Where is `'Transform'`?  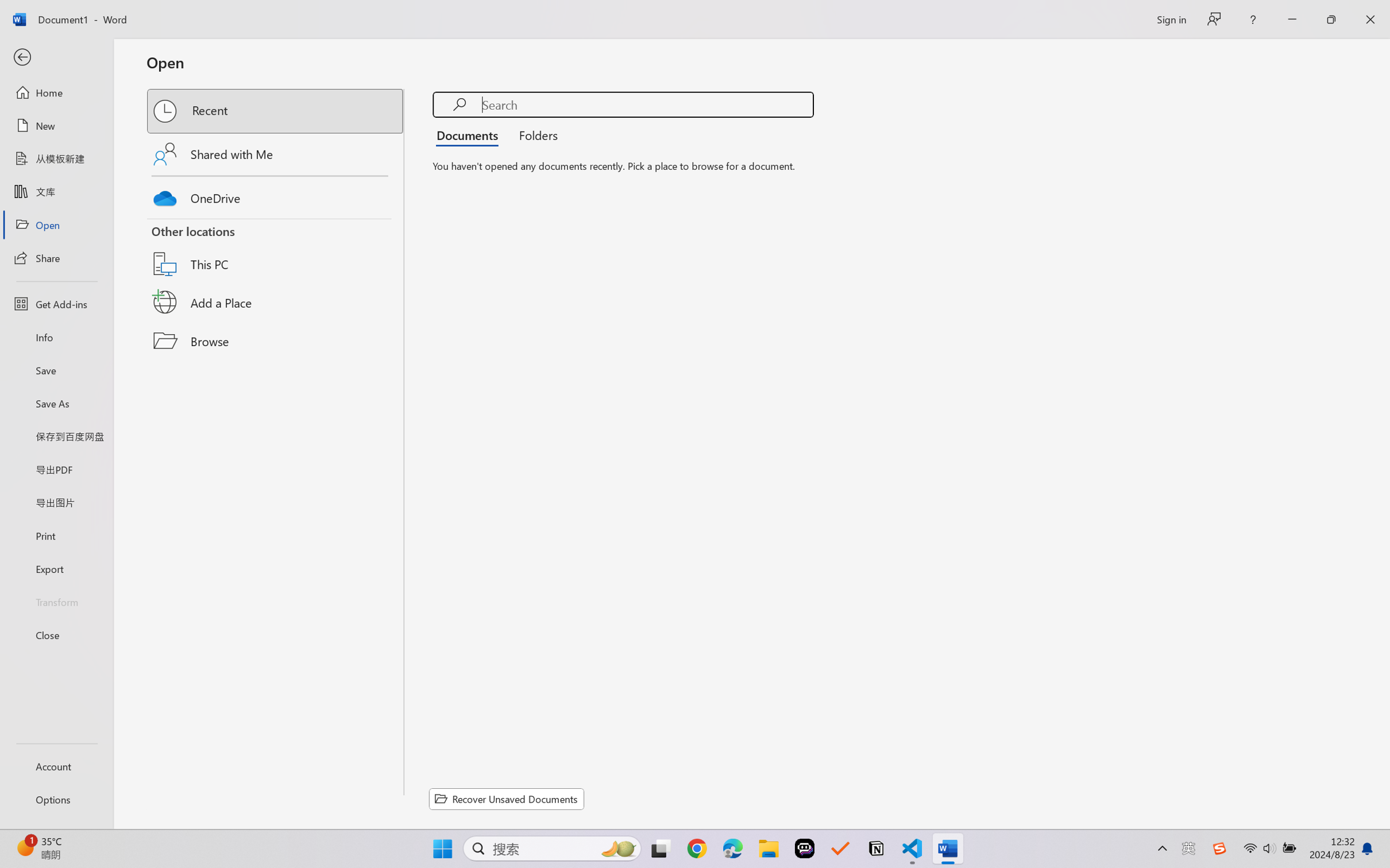 'Transform' is located at coordinates (56, 600).